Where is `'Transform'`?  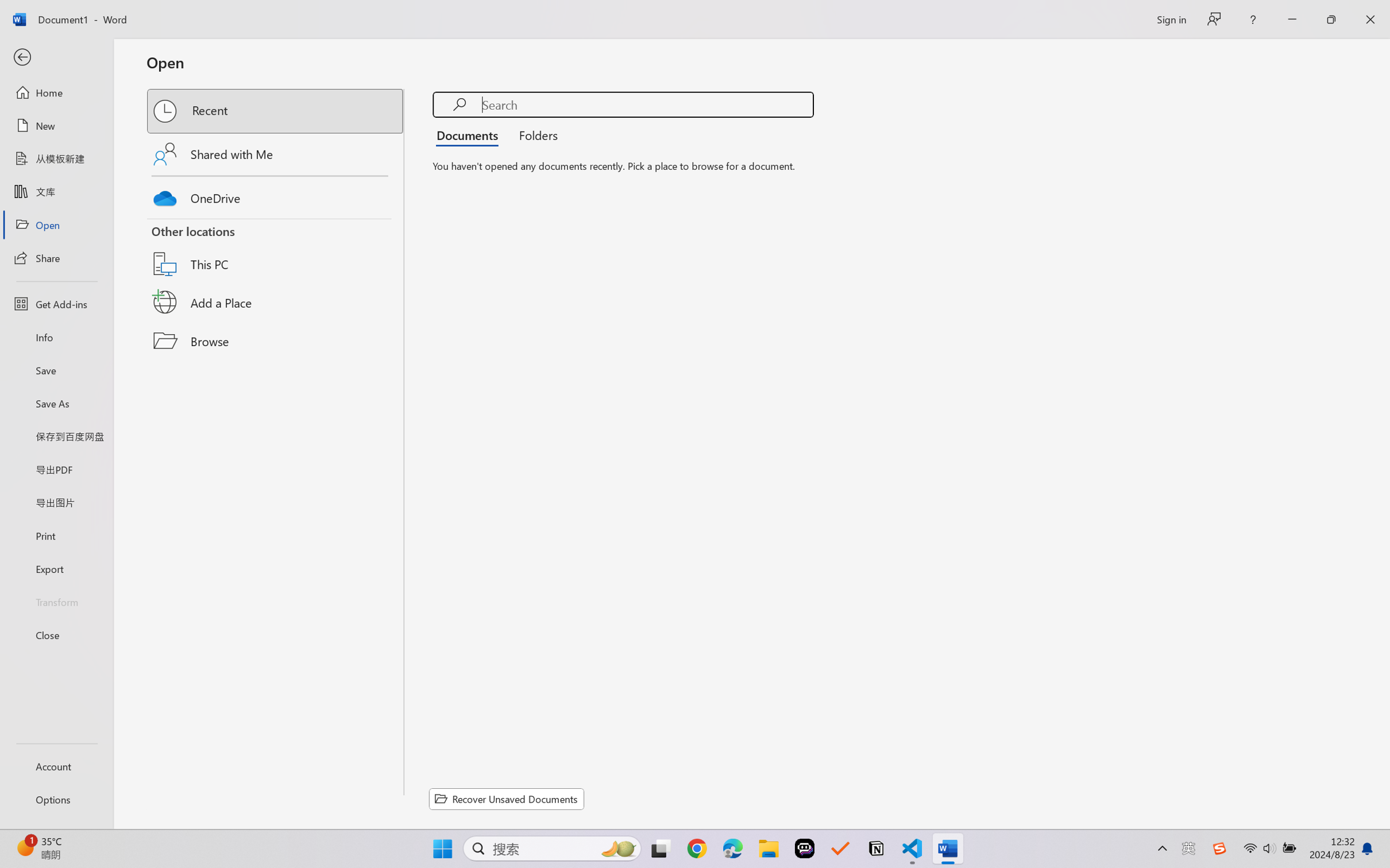 'Transform' is located at coordinates (56, 600).